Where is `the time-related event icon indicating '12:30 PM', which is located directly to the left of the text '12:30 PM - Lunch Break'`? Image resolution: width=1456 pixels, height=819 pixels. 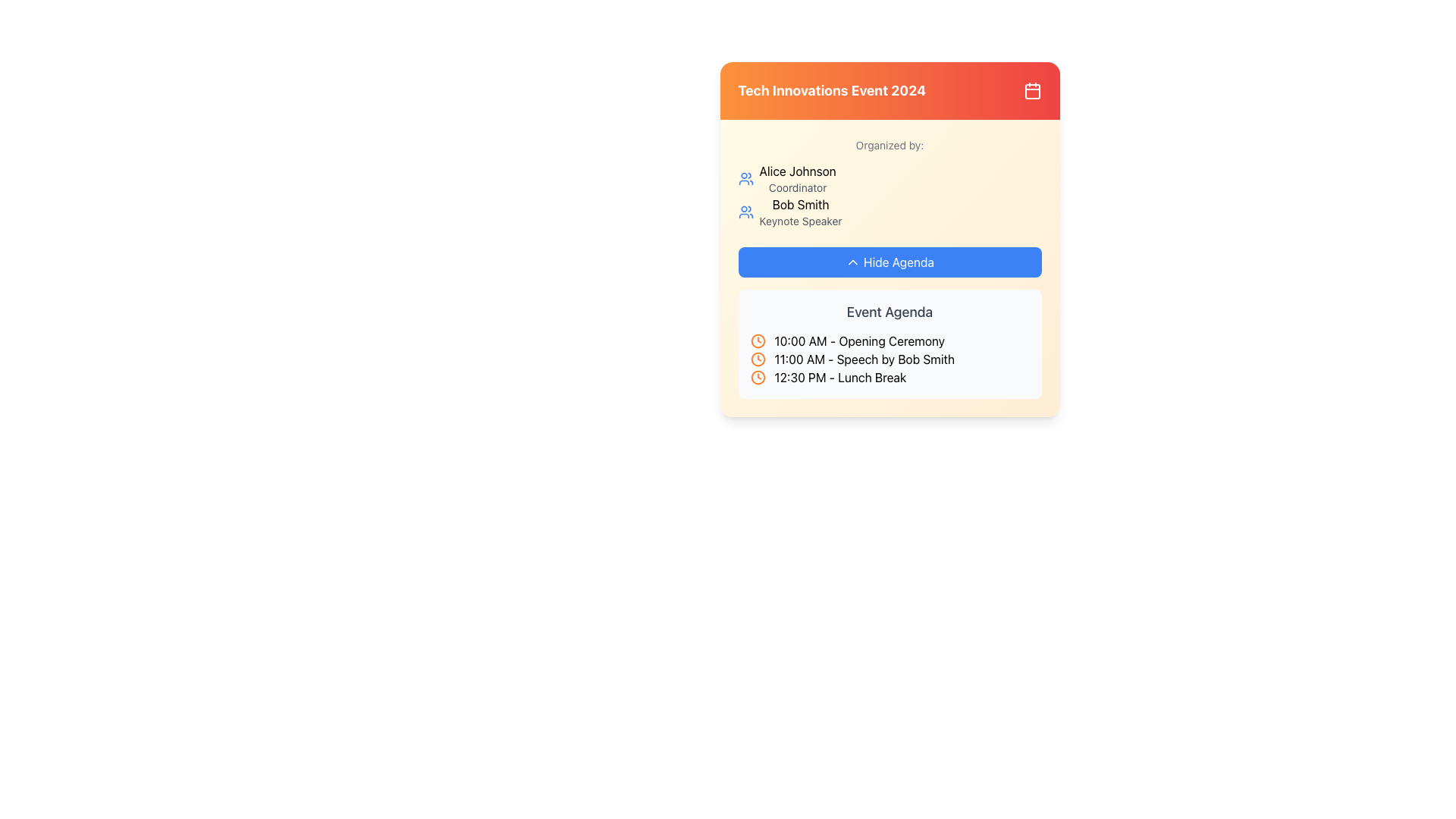 the time-related event icon indicating '12:30 PM', which is located directly to the left of the text '12:30 PM - Lunch Break' is located at coordinates (758, 376).